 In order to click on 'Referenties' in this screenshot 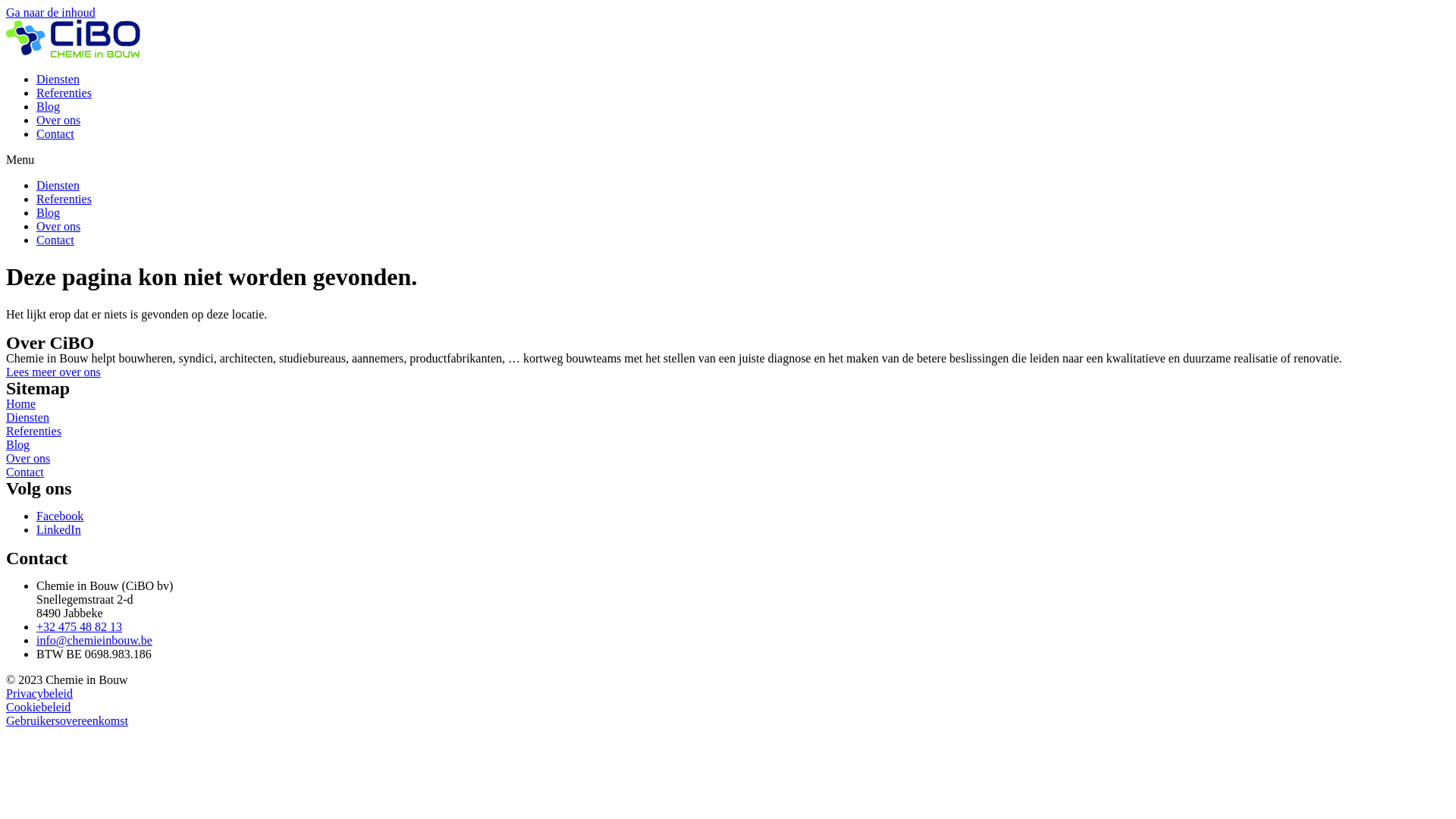, I will do `click(63, 198)`.